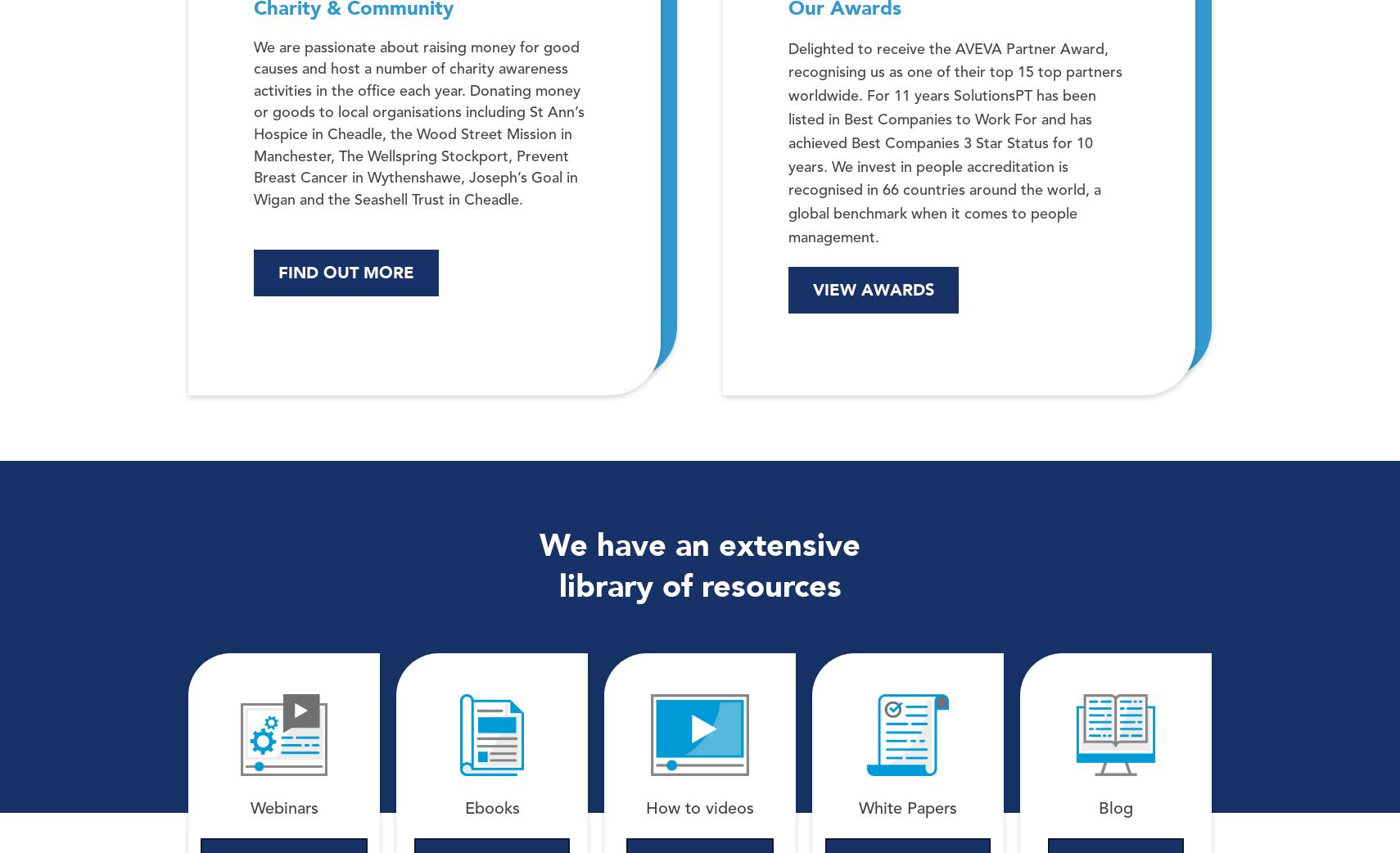  Describe the element at coordinates (282, 809) in the screenshot. I see `'Webinars'` at that location.